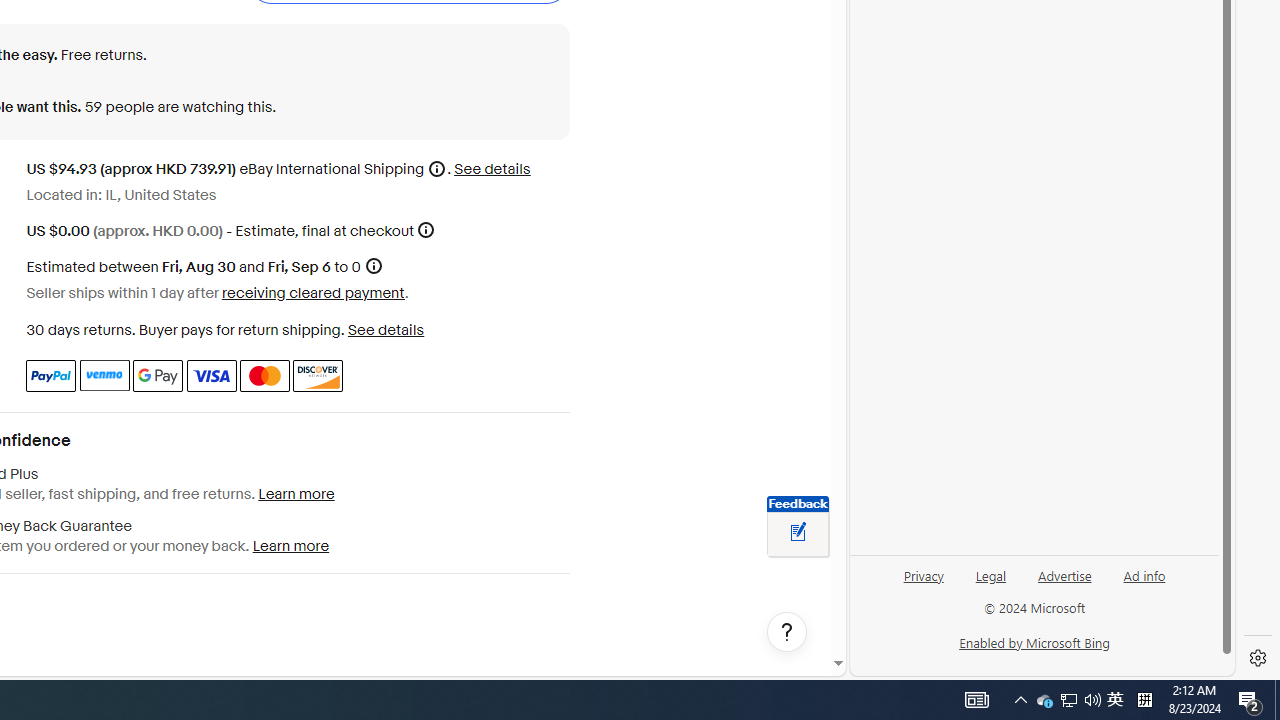  Describe the element at coordinates (263, 375) in the screenshot. I see `'Master Card'` at that location.